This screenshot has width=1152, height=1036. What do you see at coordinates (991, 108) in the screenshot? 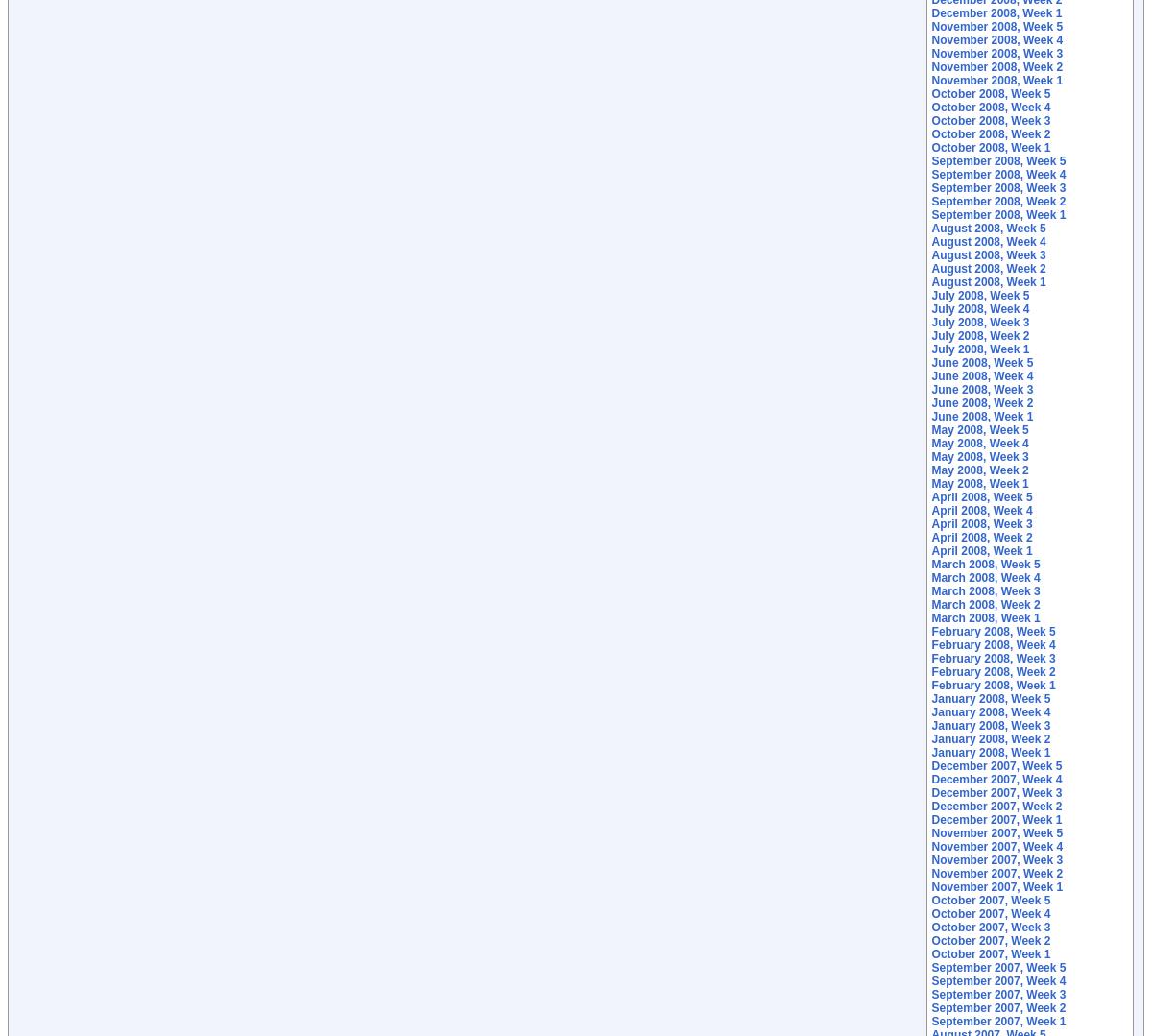
I see `'October 2008, Week 4'` at bounding box center [991, 108].